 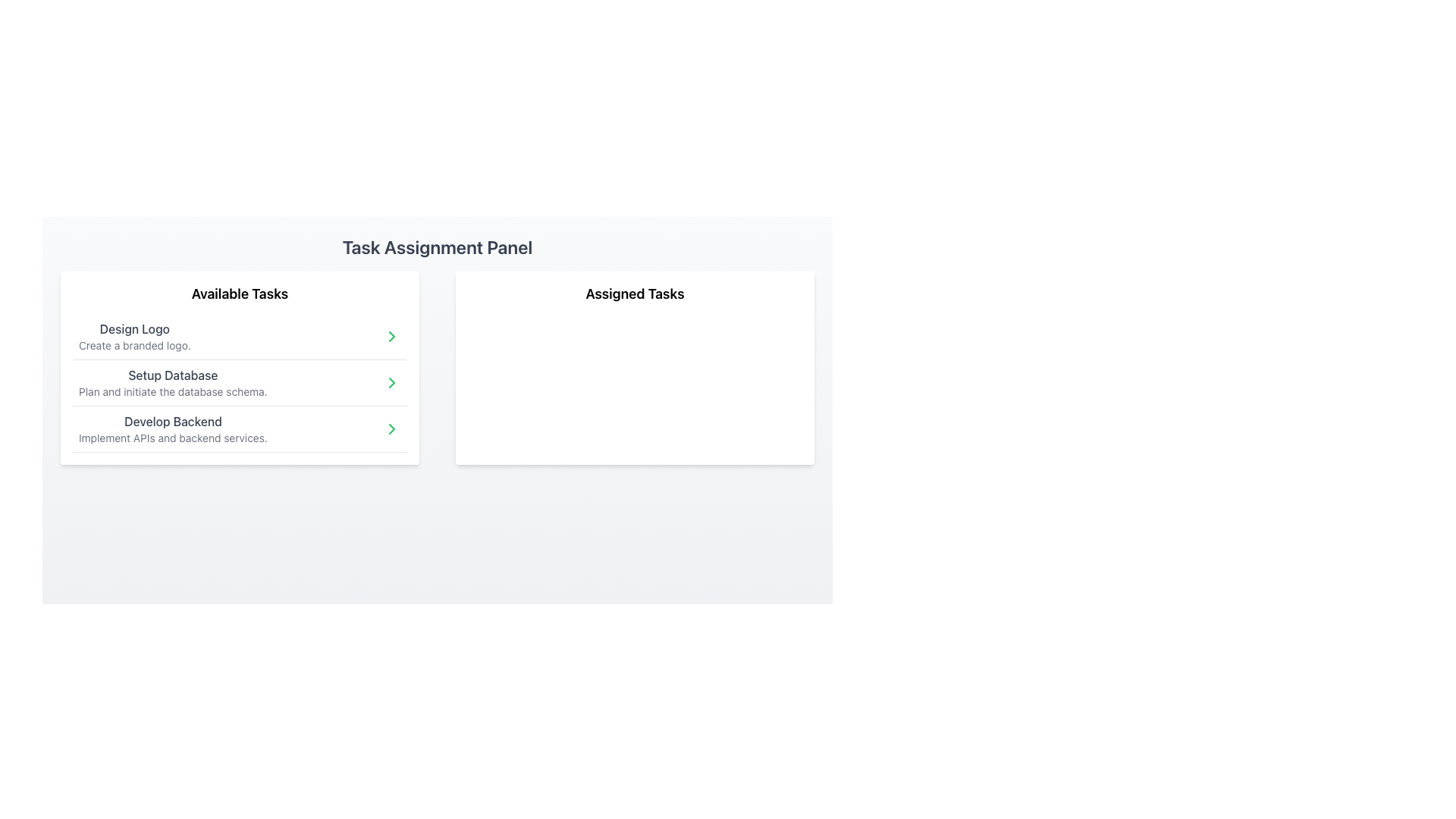 I want to click on the second task item in the 'Available Tasks' section, which represents a selectable task for setting up a database and initiating its schema, so click(x=239, y=382).